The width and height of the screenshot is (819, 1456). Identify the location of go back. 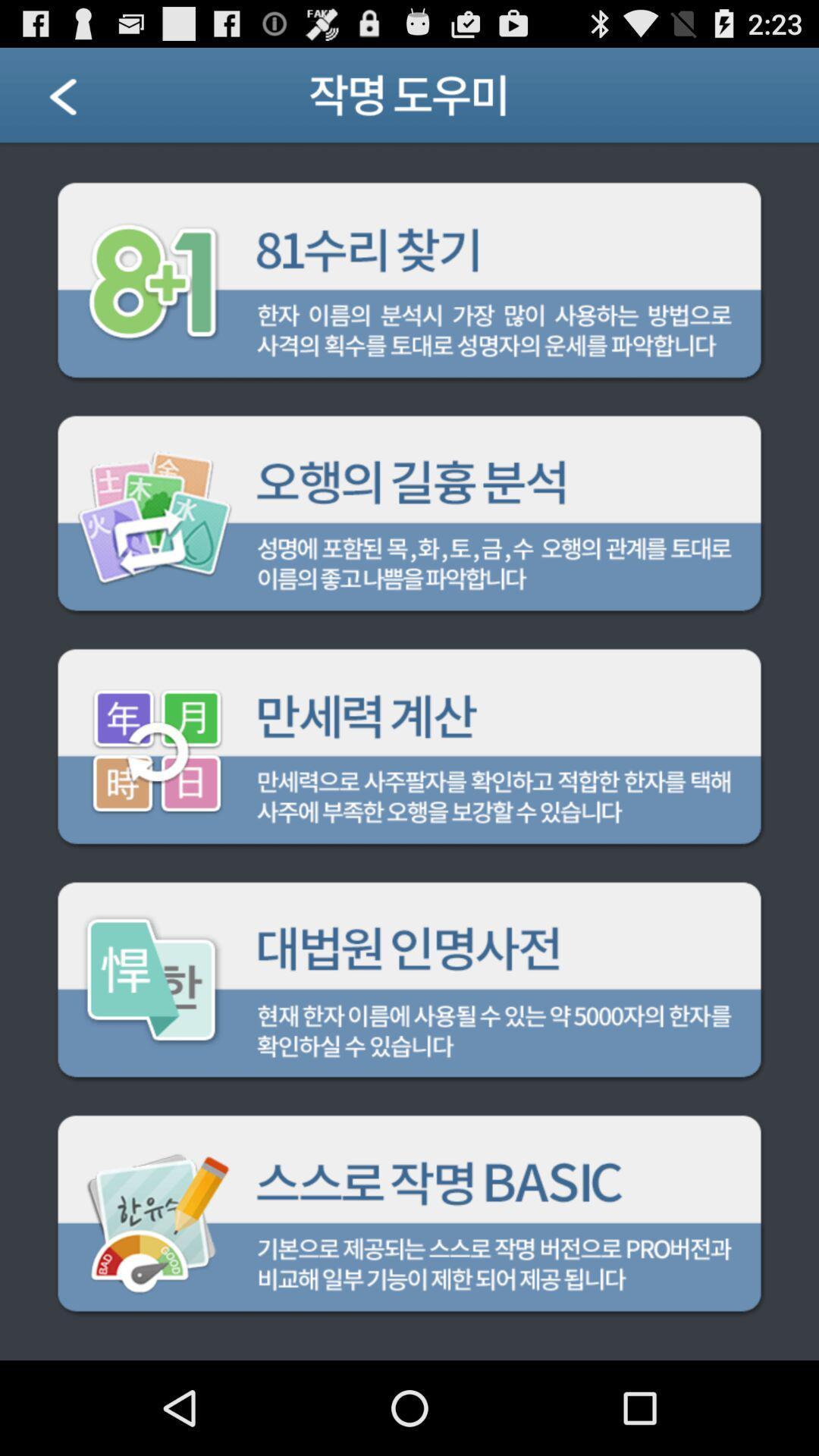
(82, 100).